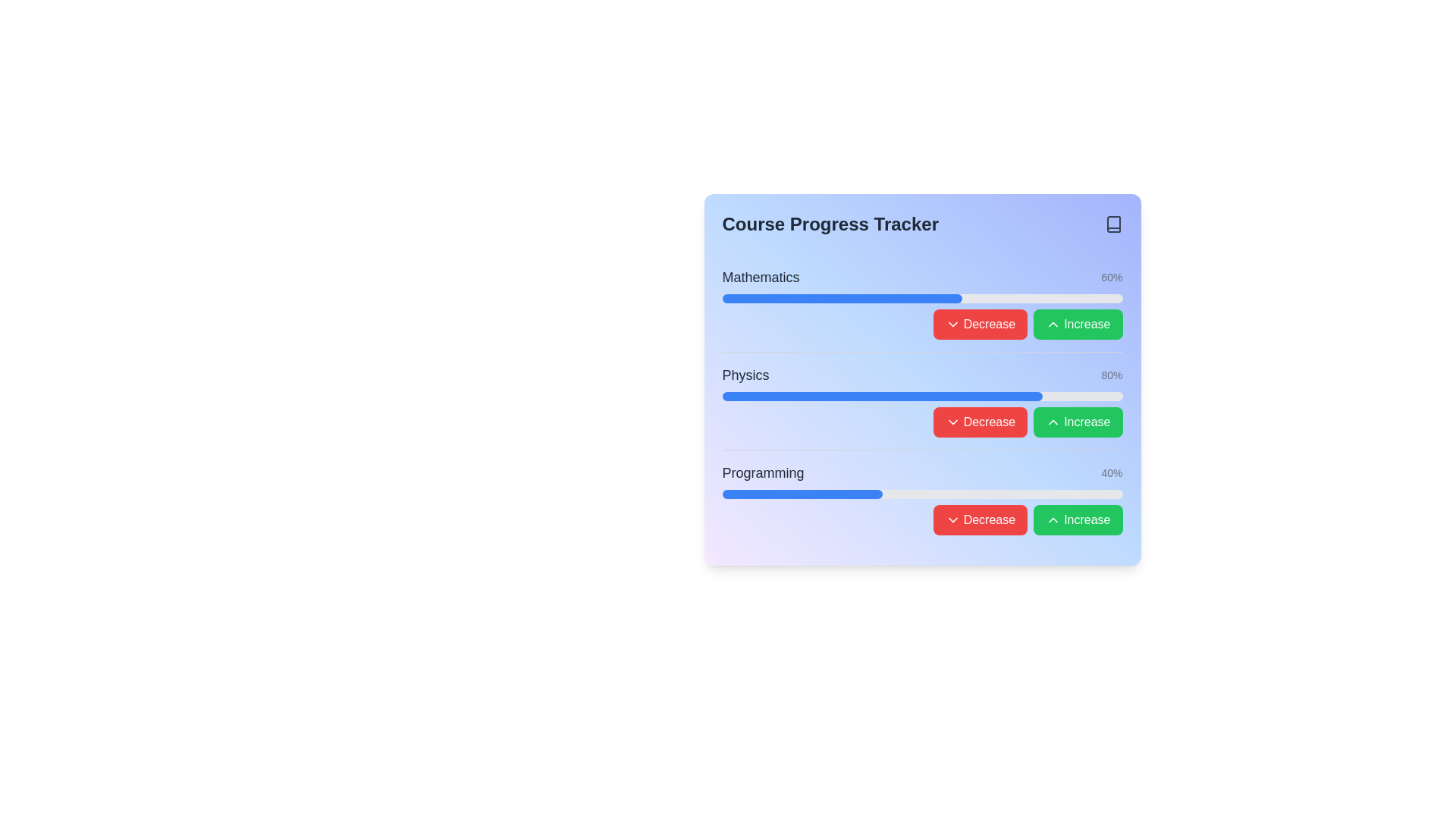 This screenshot has width=1456, height=819. What do you see at coordinates (802, 494) in the screenshot?
I see `the Progress bar indicating 40% completion for the 'Programming' course in the Course Progress Tracker` at bounding box center [802, 494].